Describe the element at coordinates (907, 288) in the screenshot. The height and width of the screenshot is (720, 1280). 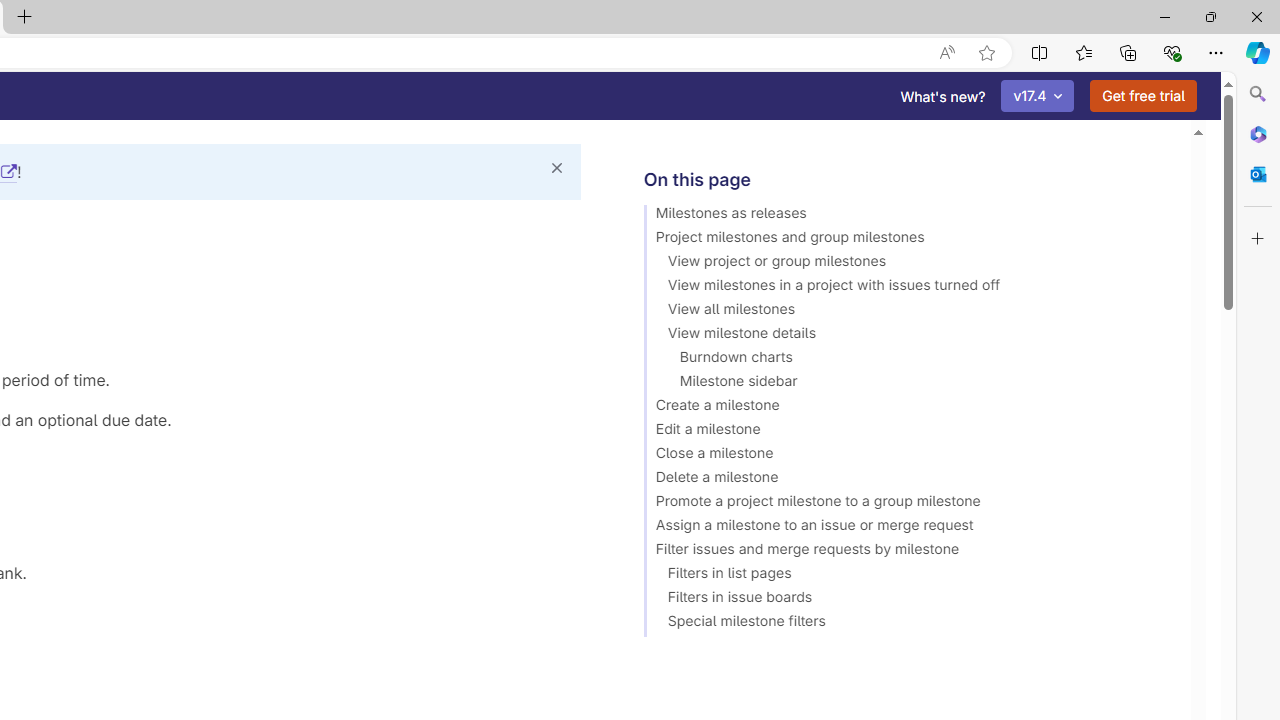
I see `'View milestones in a project with issues turned off'` at that location.